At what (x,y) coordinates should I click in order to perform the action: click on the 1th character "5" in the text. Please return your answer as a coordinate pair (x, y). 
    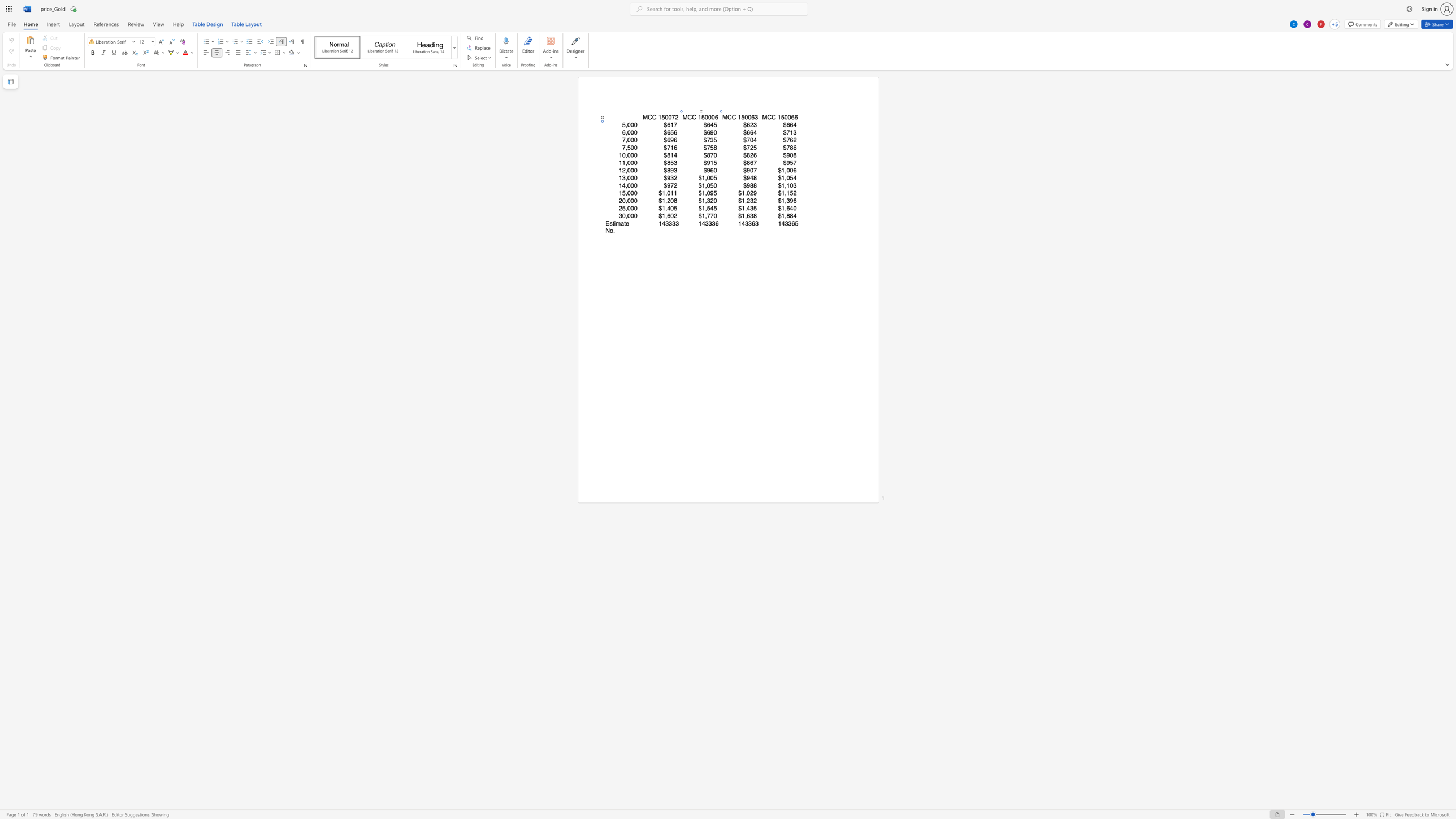
    Looking at the image, I should click on (782, 117).